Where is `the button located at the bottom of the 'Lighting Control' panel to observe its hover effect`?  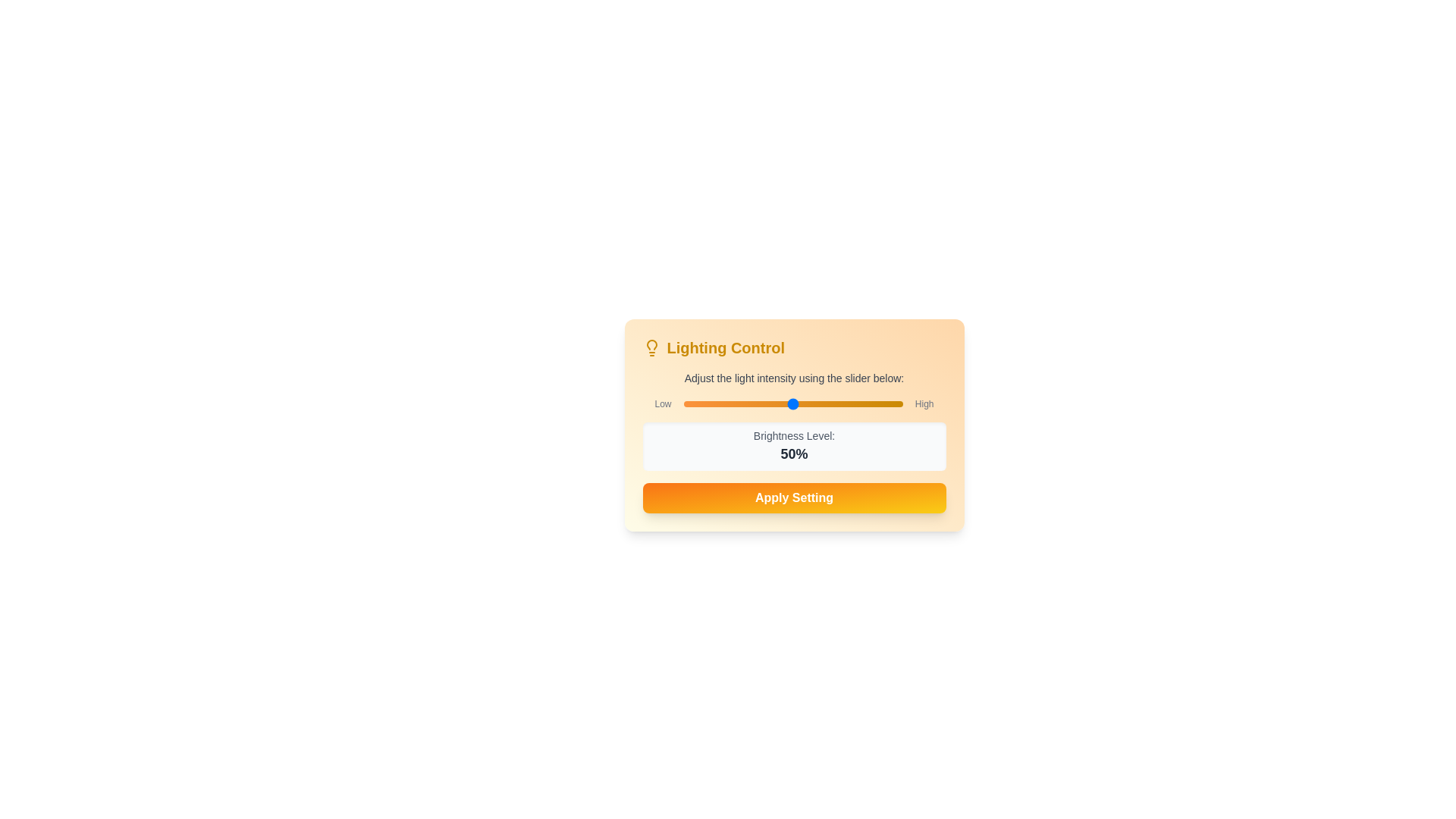 the button located at the bottom of the 'Lighting Control' panel to observe its hover effect is located at coordinates (793, 497).